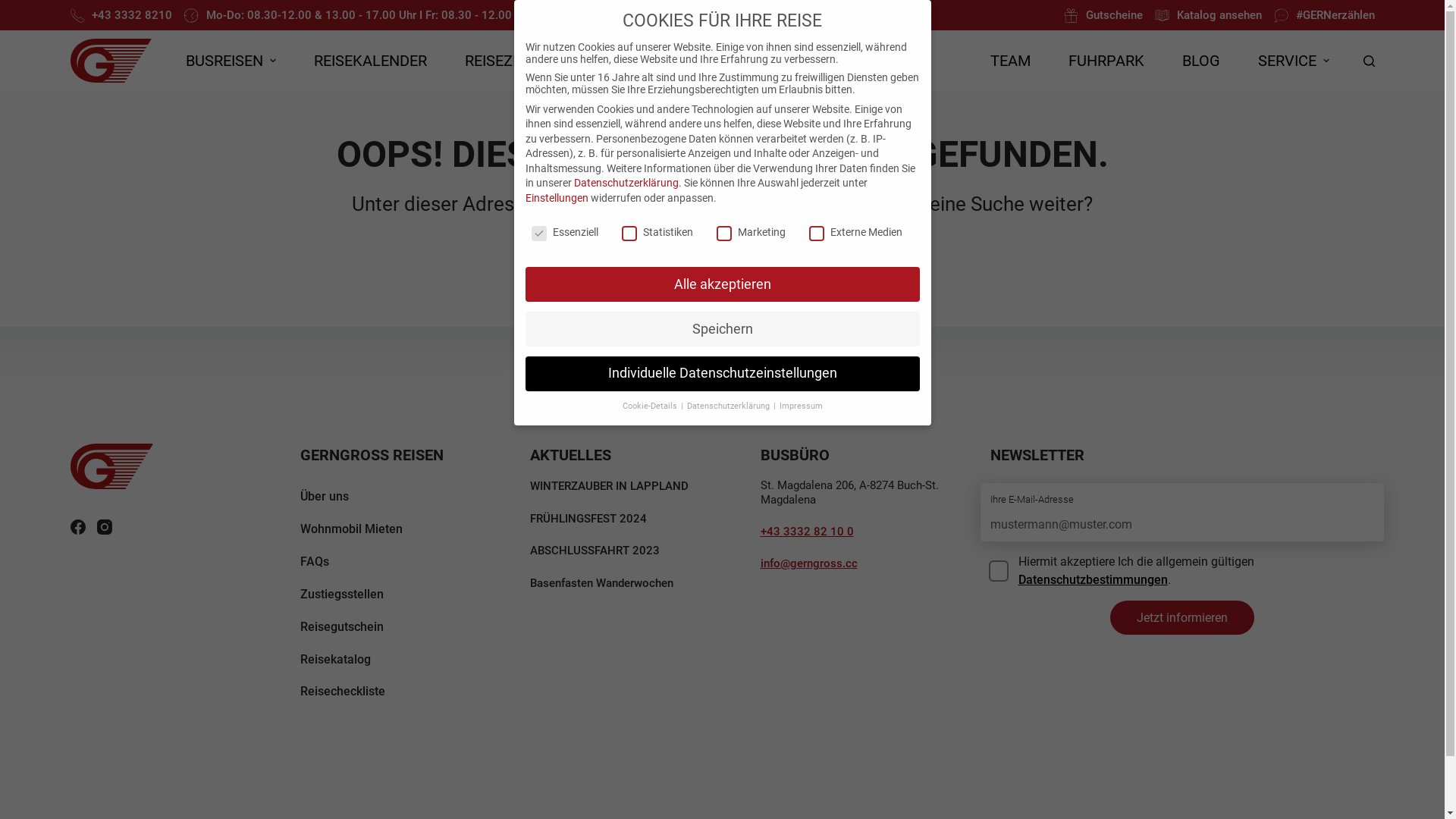  What do you see at coordinates (720, 328) in the screenshot?
I see `'Speichern'` at bounding box center [720, 328].